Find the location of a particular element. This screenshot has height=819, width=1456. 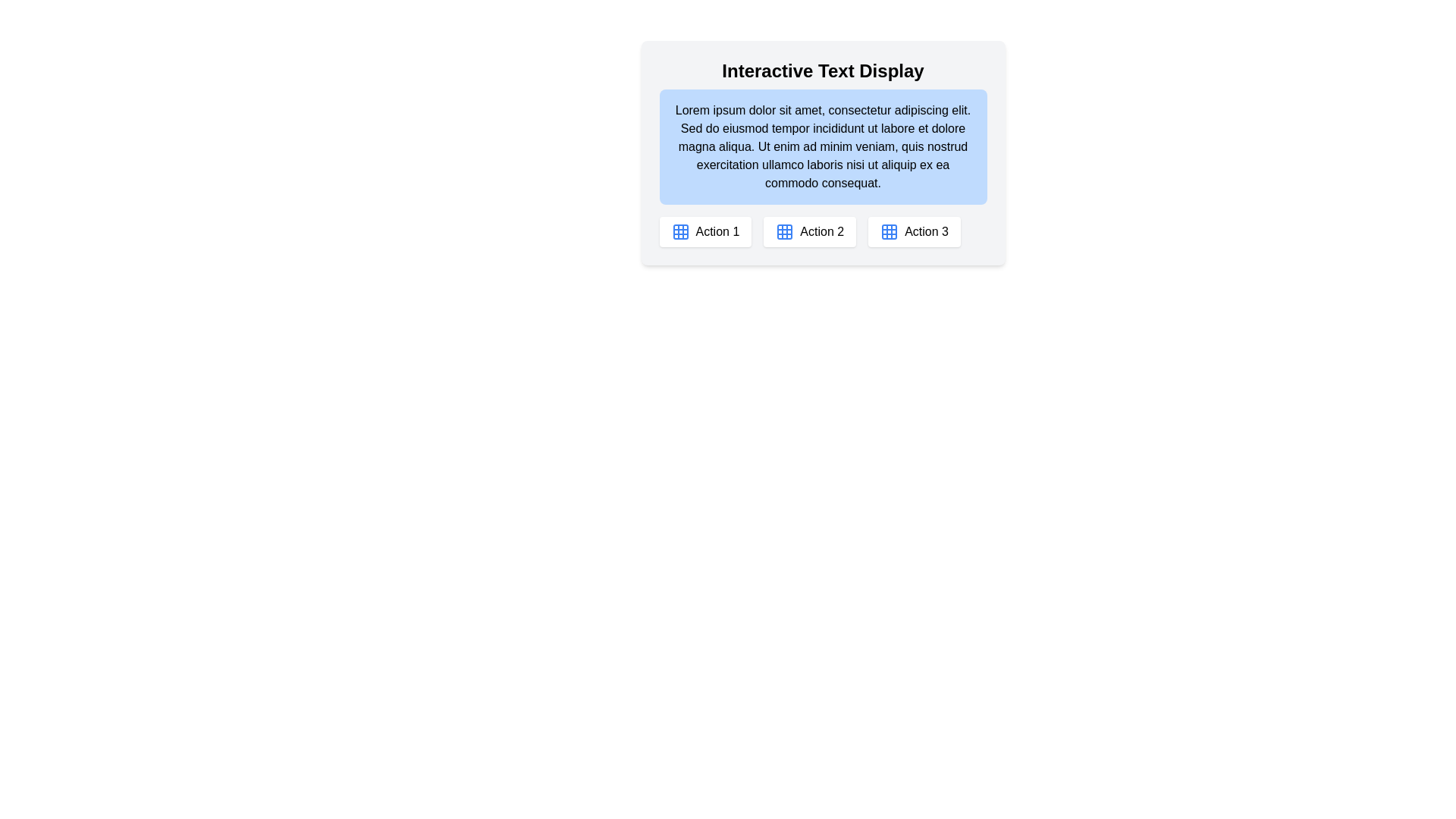

the third button labeled 'Action 3' located in the bottom section of the 'Interactive Text Display' card is located at coordinates (914, 231).